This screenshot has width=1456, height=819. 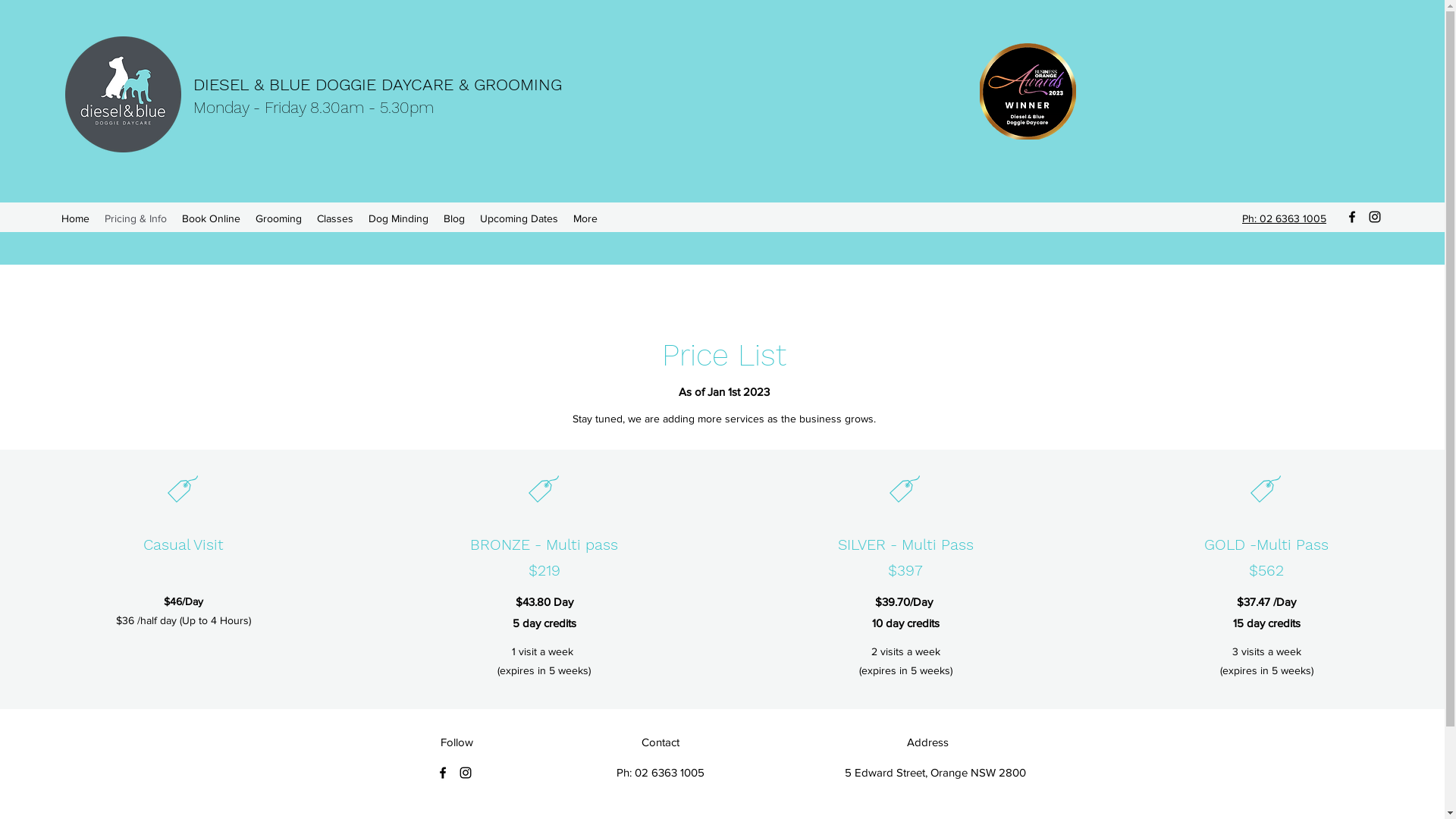 I want to click on 'Book Online', so click(x=210, y=218).